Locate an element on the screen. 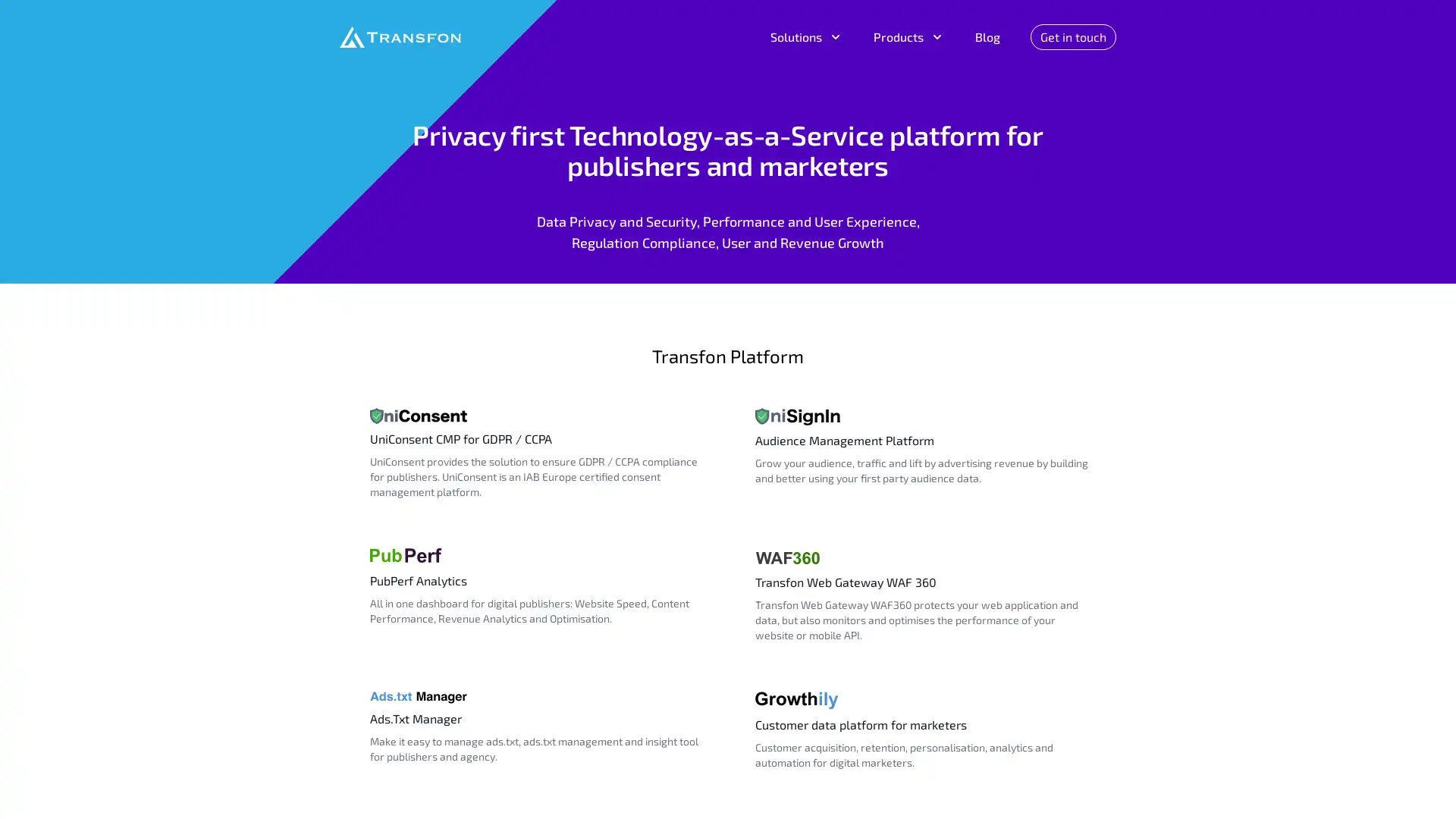  Solutions is located at coordinates (806, 36).